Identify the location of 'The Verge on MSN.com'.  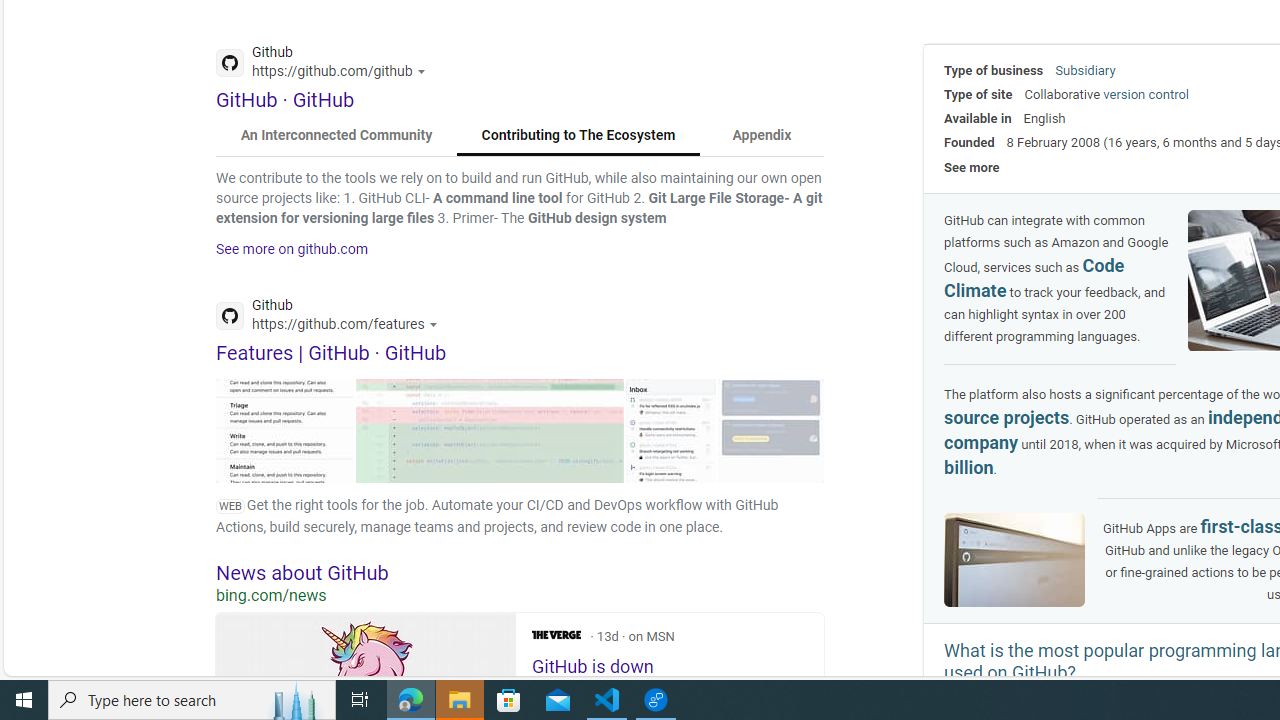
(556, 635).